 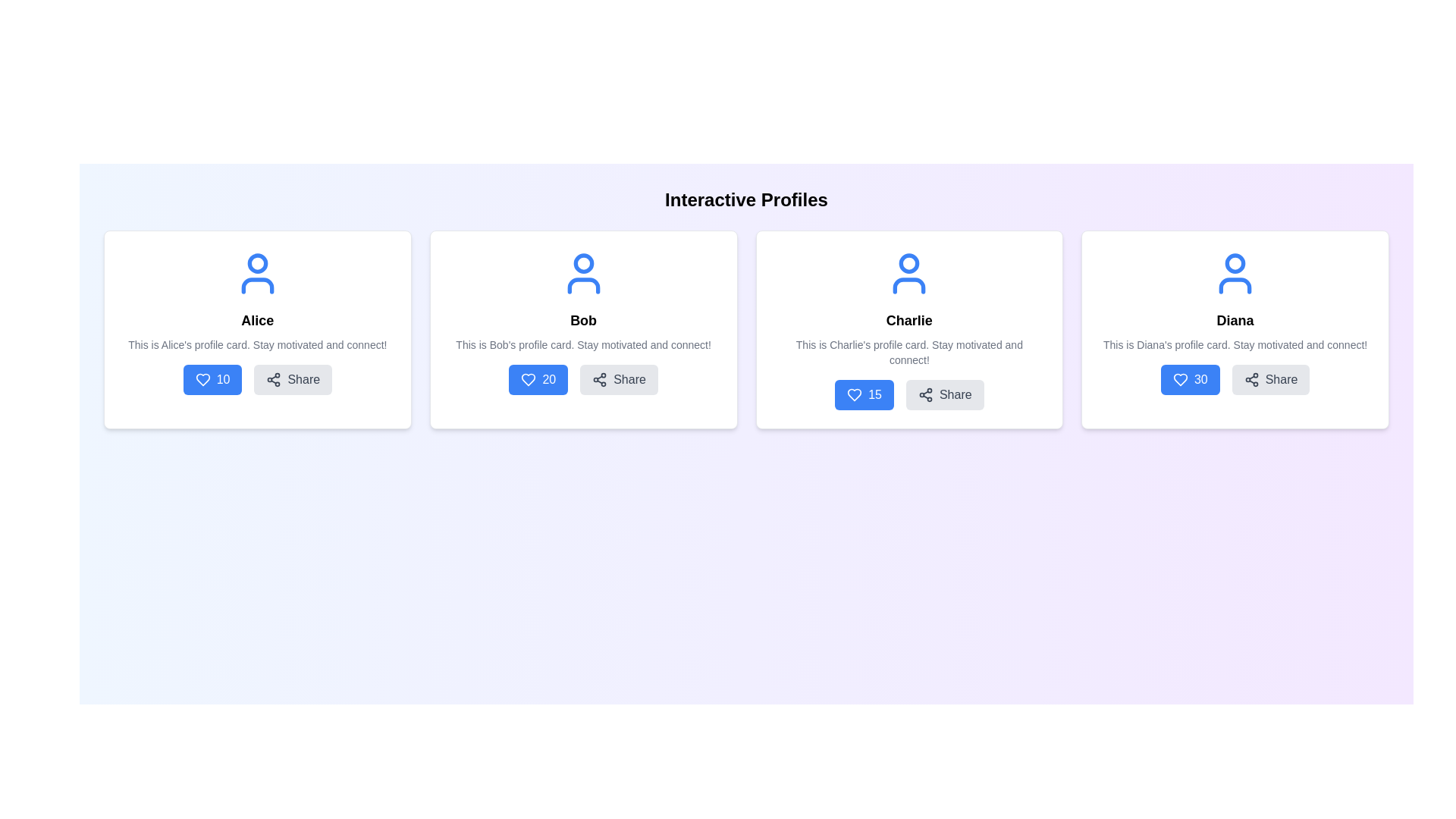 What do you see at coordinates (548, 379) in the screenshot?
I see `the static text label displaying the numeric count '20' in white font on a square blue background, which is positioned to the right of the heart icon in the second profile card titled 'Bob'` at bounding box center [548, 379].